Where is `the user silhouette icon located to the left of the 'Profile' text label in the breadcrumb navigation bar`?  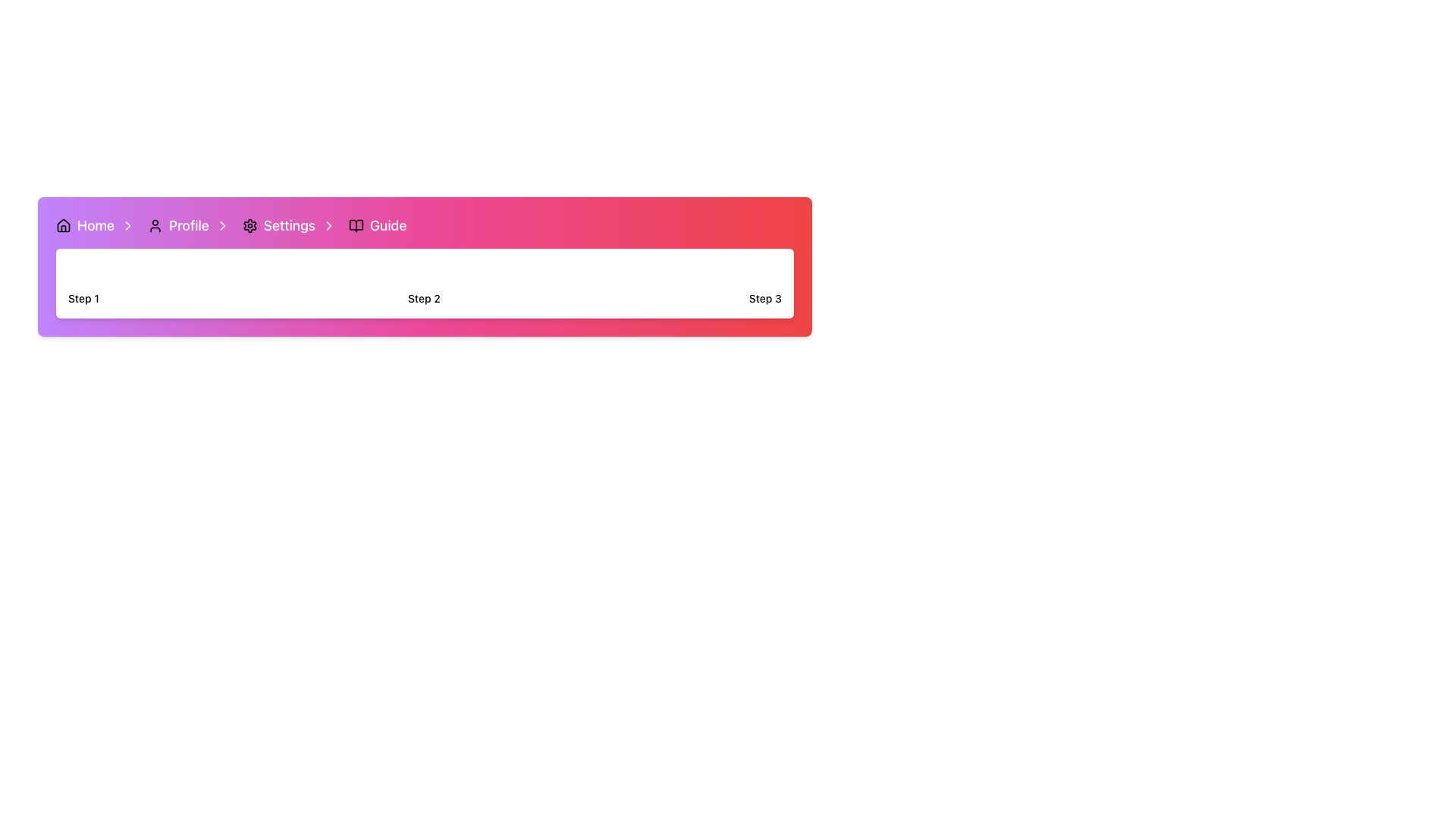
the user silhouette icon located to the left of the 'Profile' text label in the breadcrumb navigation bar is located at coordinates (155, 225).